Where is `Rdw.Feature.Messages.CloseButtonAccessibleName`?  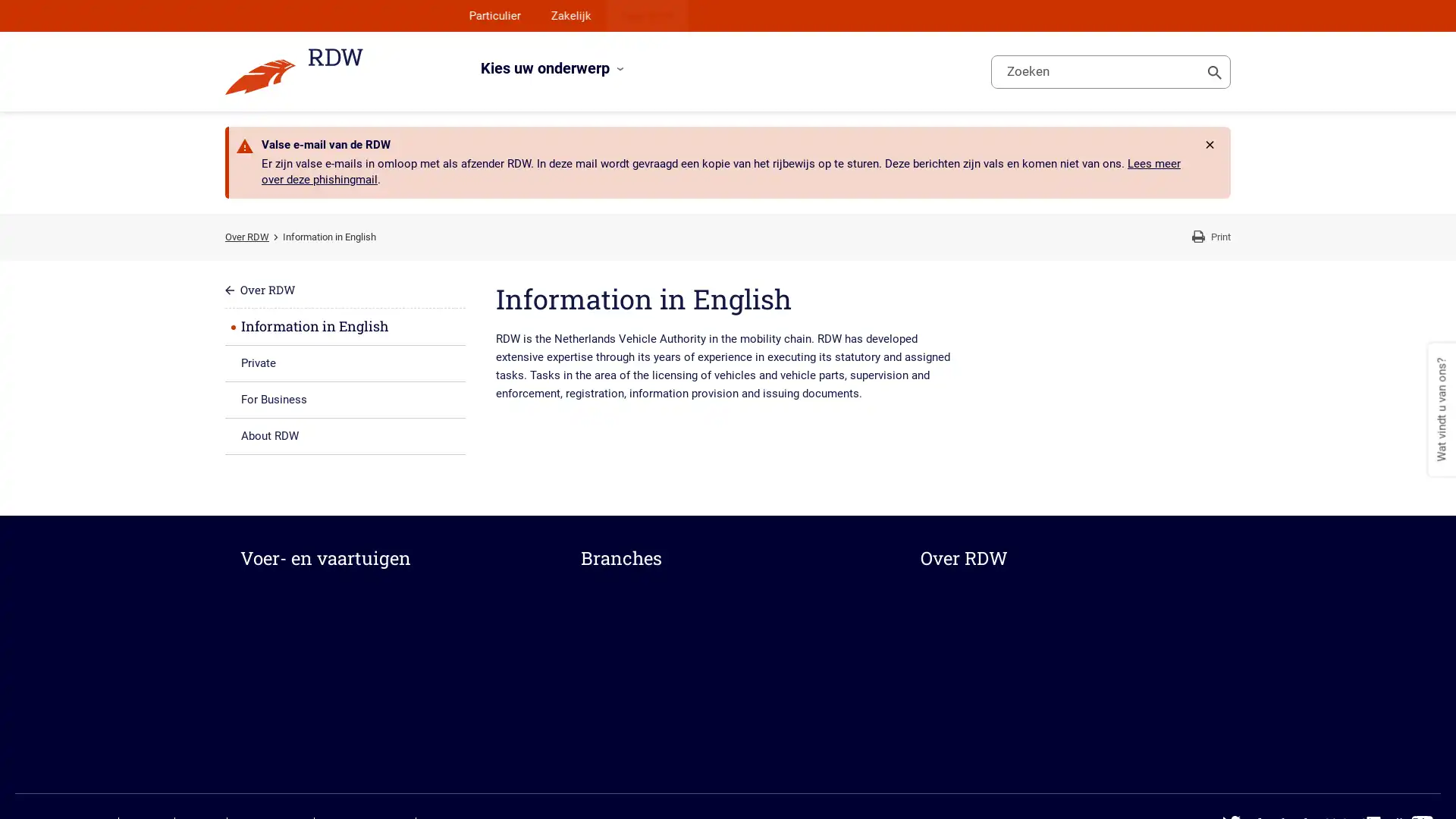 Rdw.Feature.Messages.CloseButtonAccessibleName is located at coordinates (1209, 145).